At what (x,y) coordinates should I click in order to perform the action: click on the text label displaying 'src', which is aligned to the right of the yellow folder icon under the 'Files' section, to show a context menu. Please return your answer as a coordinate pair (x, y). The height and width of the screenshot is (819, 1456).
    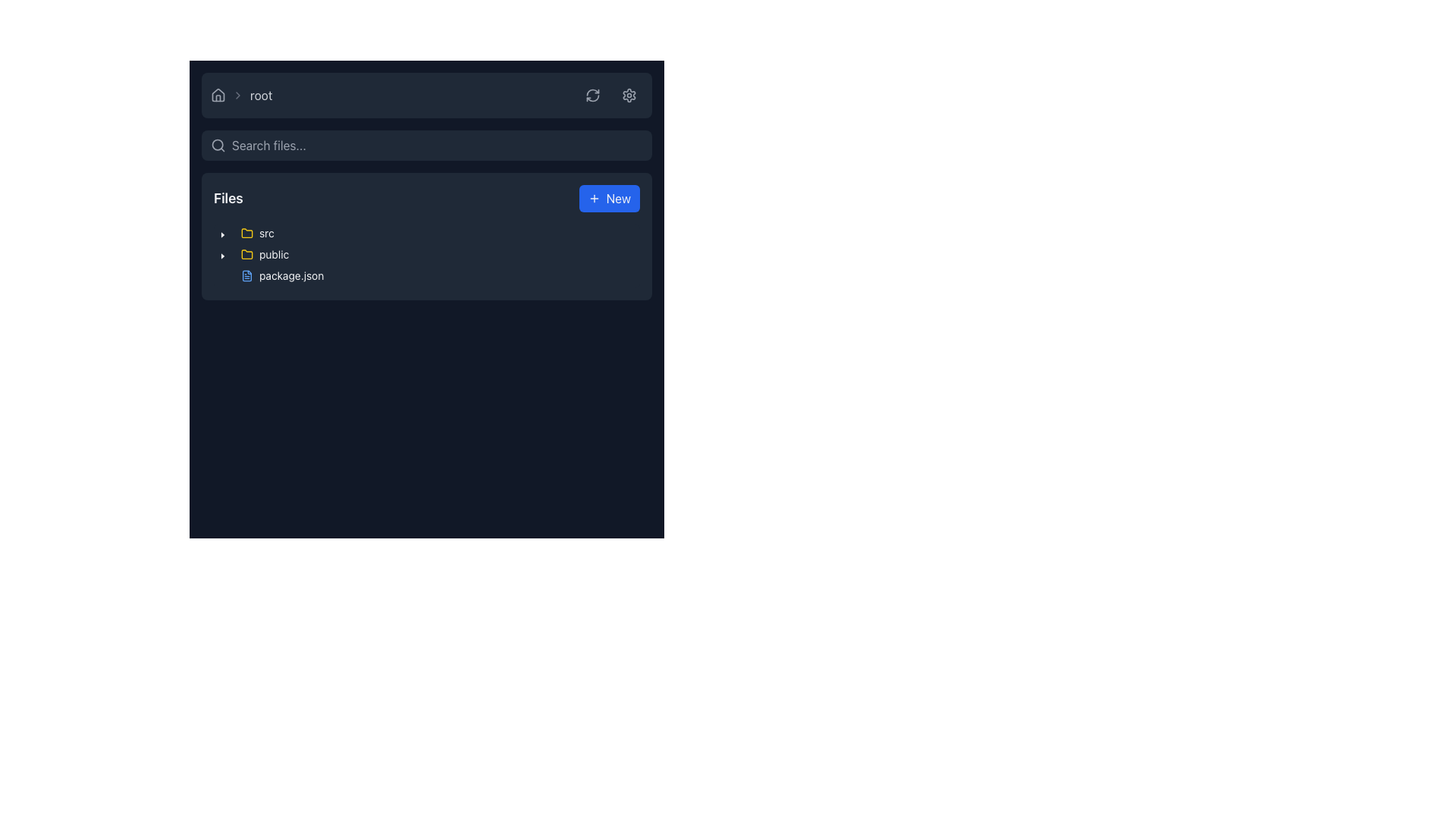
    Looking at the image, I should click on (257, 234).